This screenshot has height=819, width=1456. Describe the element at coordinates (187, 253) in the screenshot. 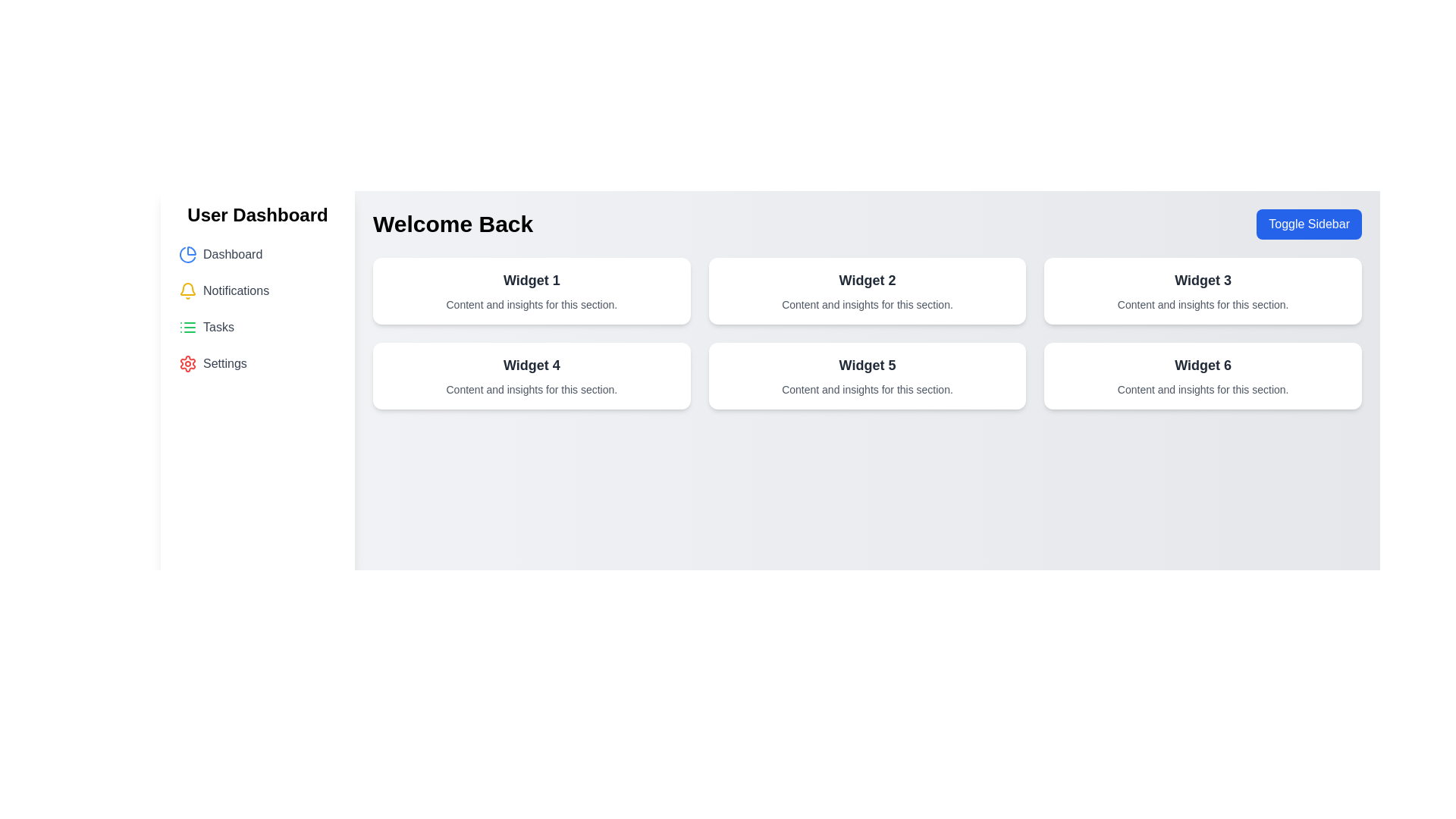

I see `the Dashboard icon, which is the first icon in the vertical sidebar menu, located to the left of the text label 'Dashboard'` at that location.